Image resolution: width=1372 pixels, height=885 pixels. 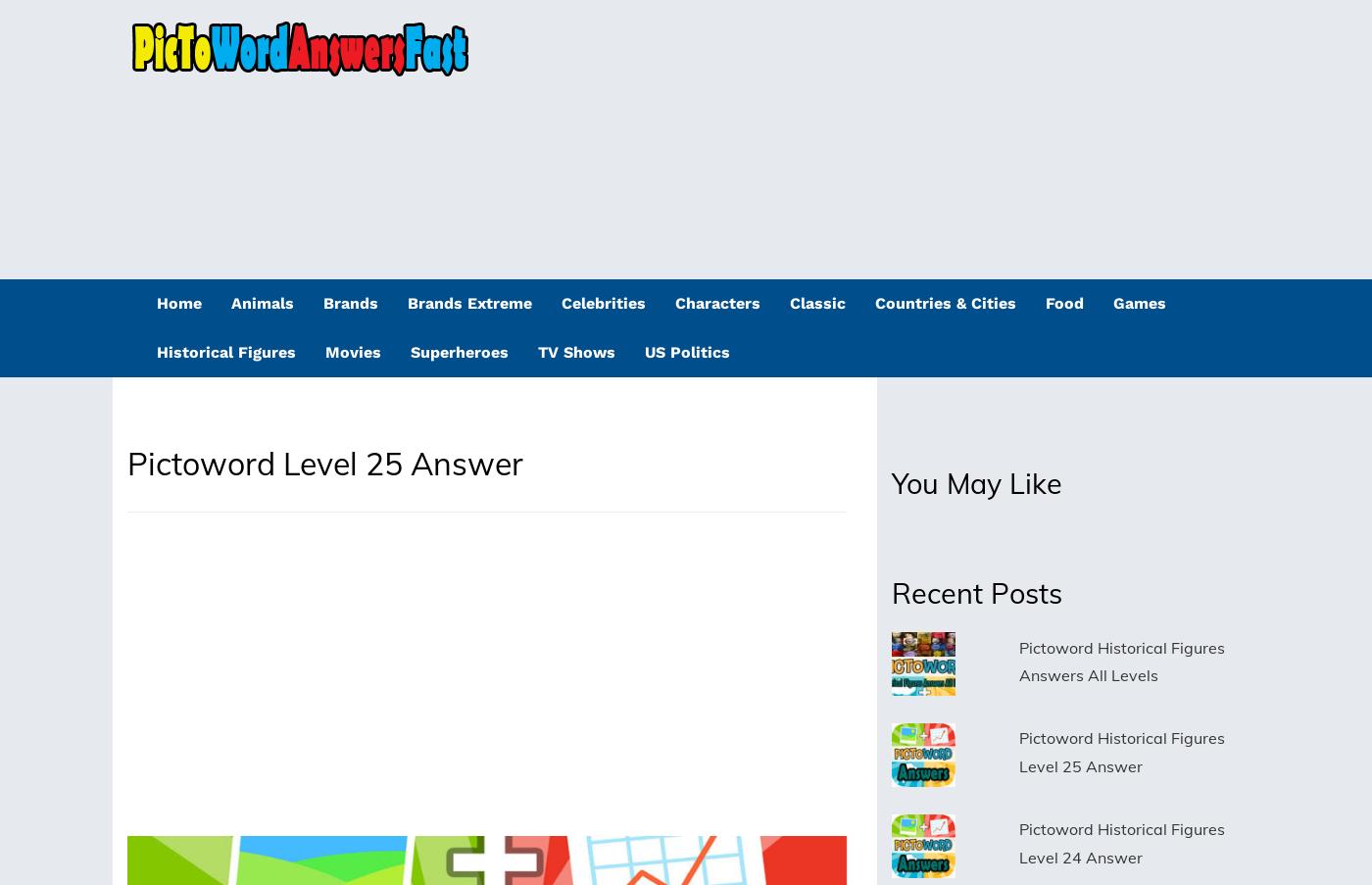 What do you see at coordinates (460, 352) in the screenshot?
I see `'Superheroes'` at bounding box center [460, 352].